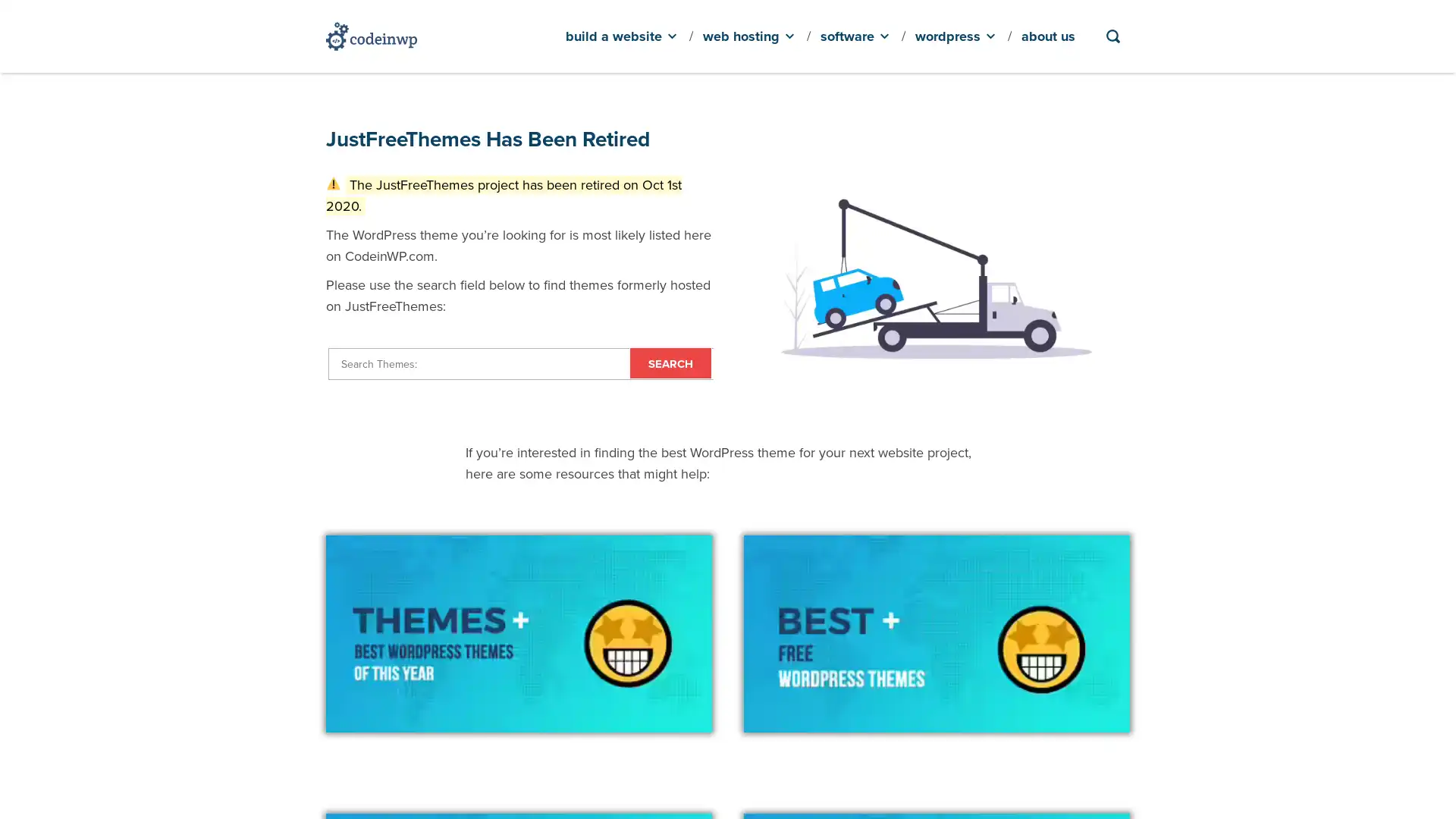  What do you see at coordinates (669, 362) in the screenshot?
I see `Search` at bounding box center [669, 362].